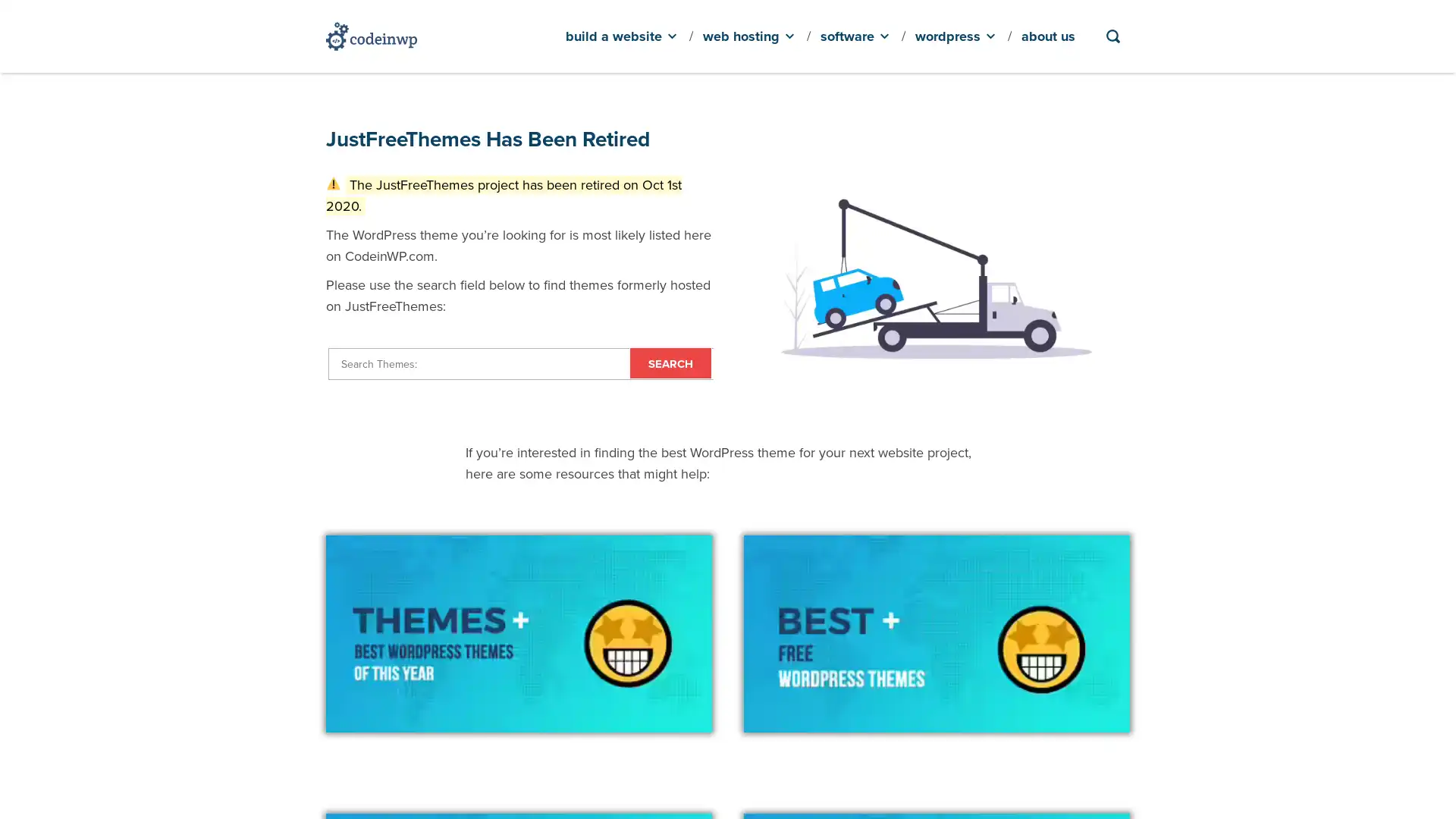  What do you see at coordinates (669, 362) in the screenshot?
I see `Search` at bounding box center [669, 362].